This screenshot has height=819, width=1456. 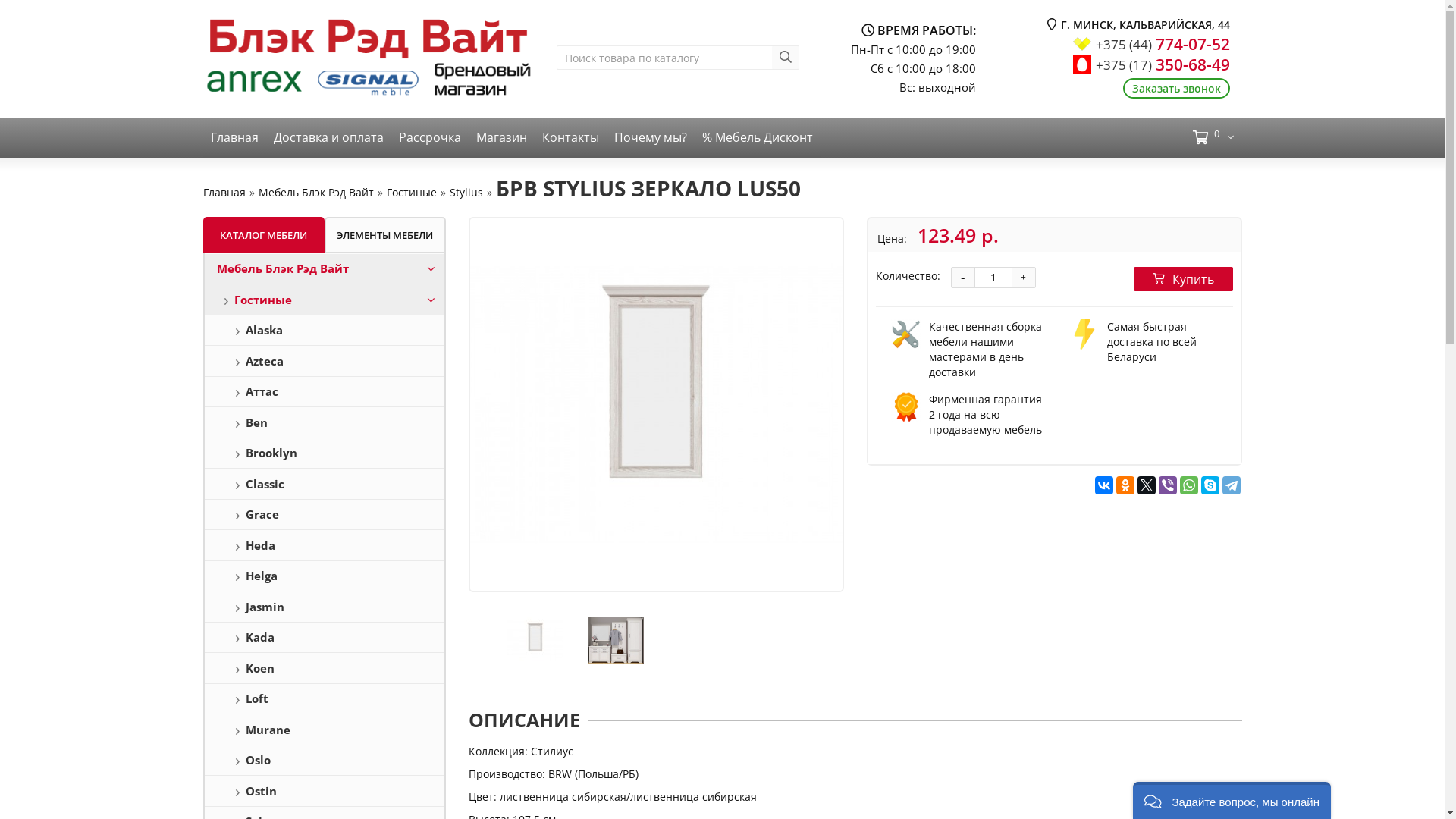 I want to click on 'Ostin', so click(x=323, y=789).